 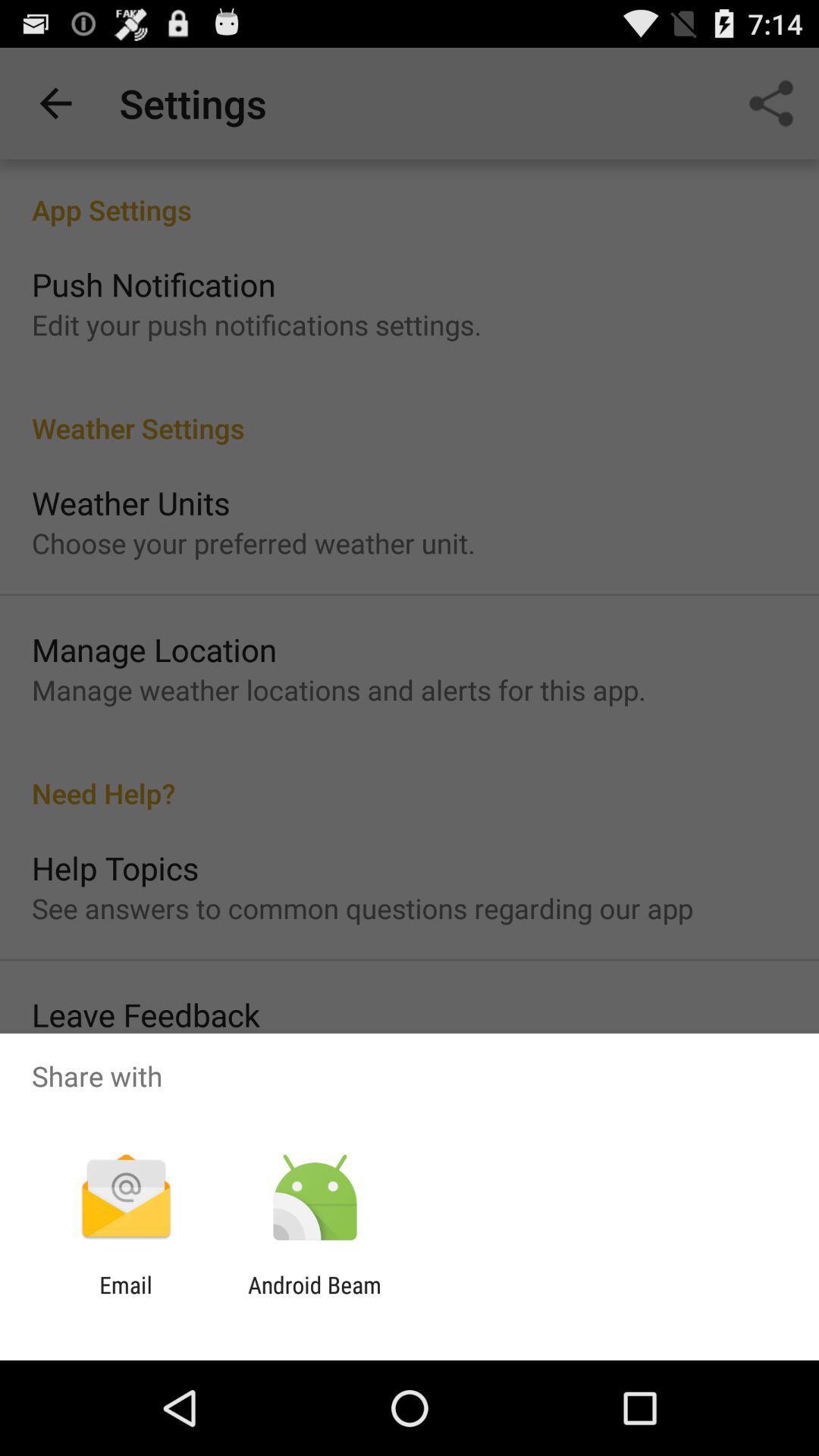 What do you see at coordinates (125, 1298) in the screenshot?
I see `icon next to the android beam app` at bounding box center [125, 1298].